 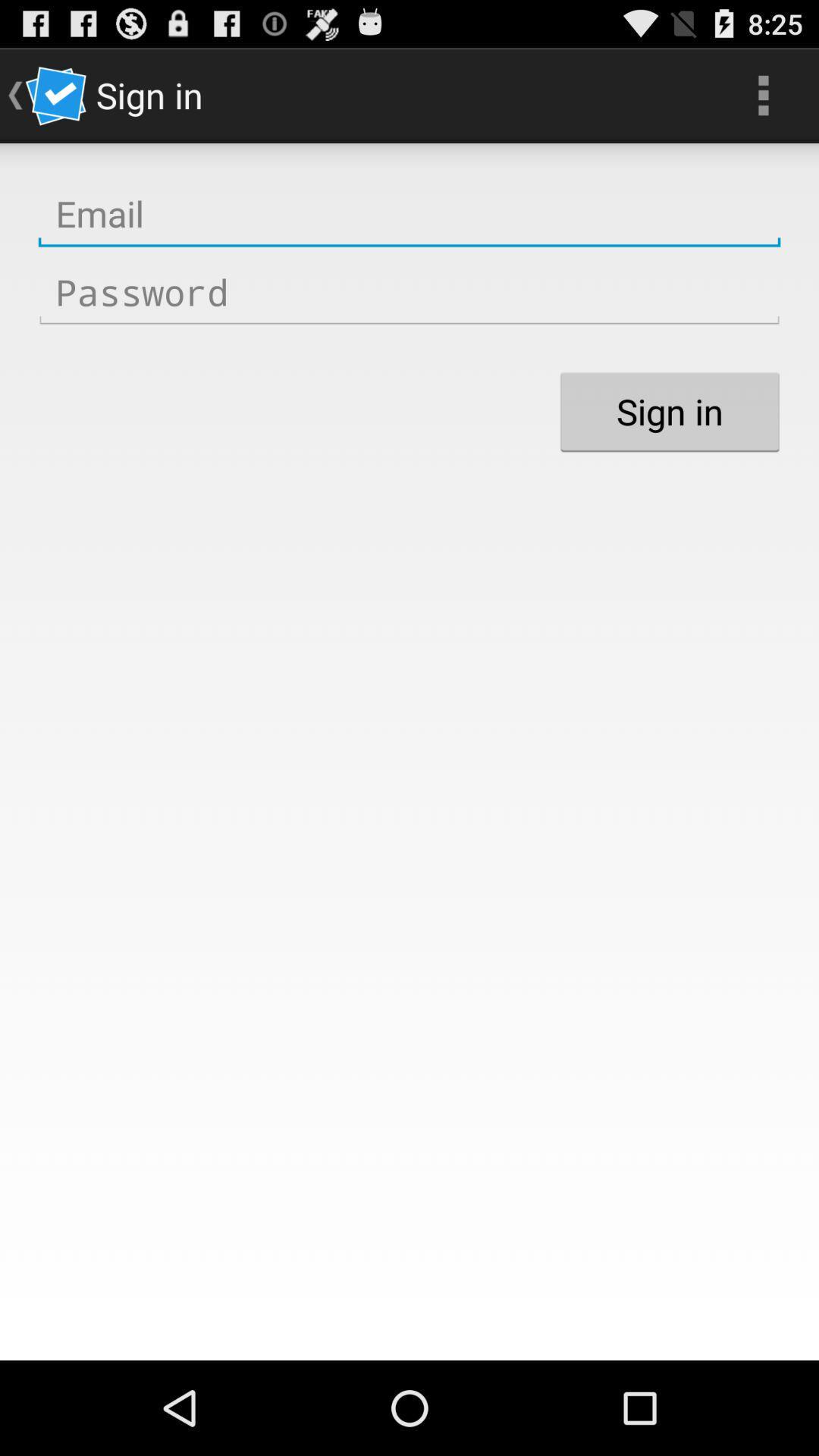 I want to click on email input to login, so click(x=409, y=213).